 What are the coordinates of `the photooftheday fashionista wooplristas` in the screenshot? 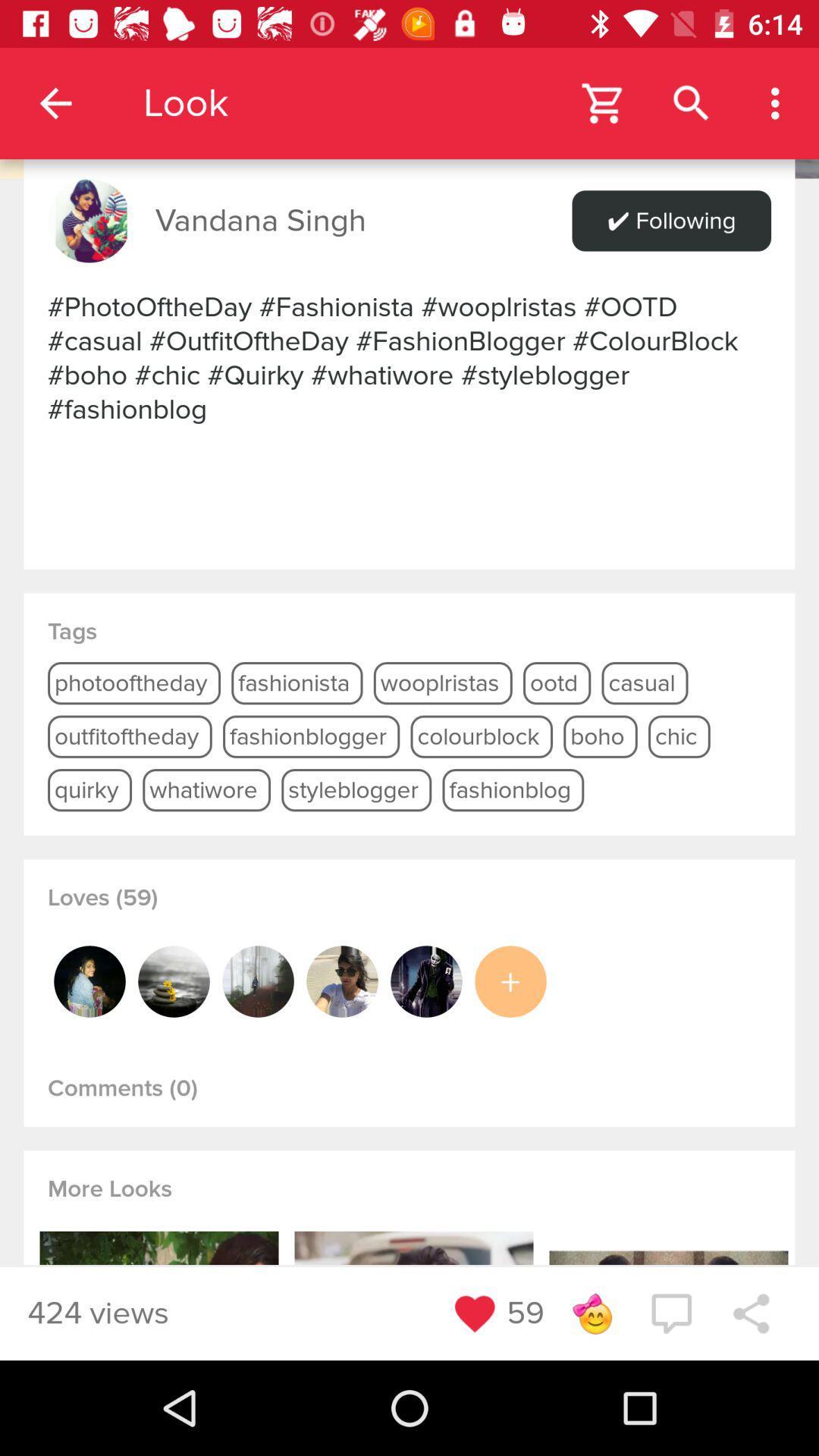 It's located at (409, 357).